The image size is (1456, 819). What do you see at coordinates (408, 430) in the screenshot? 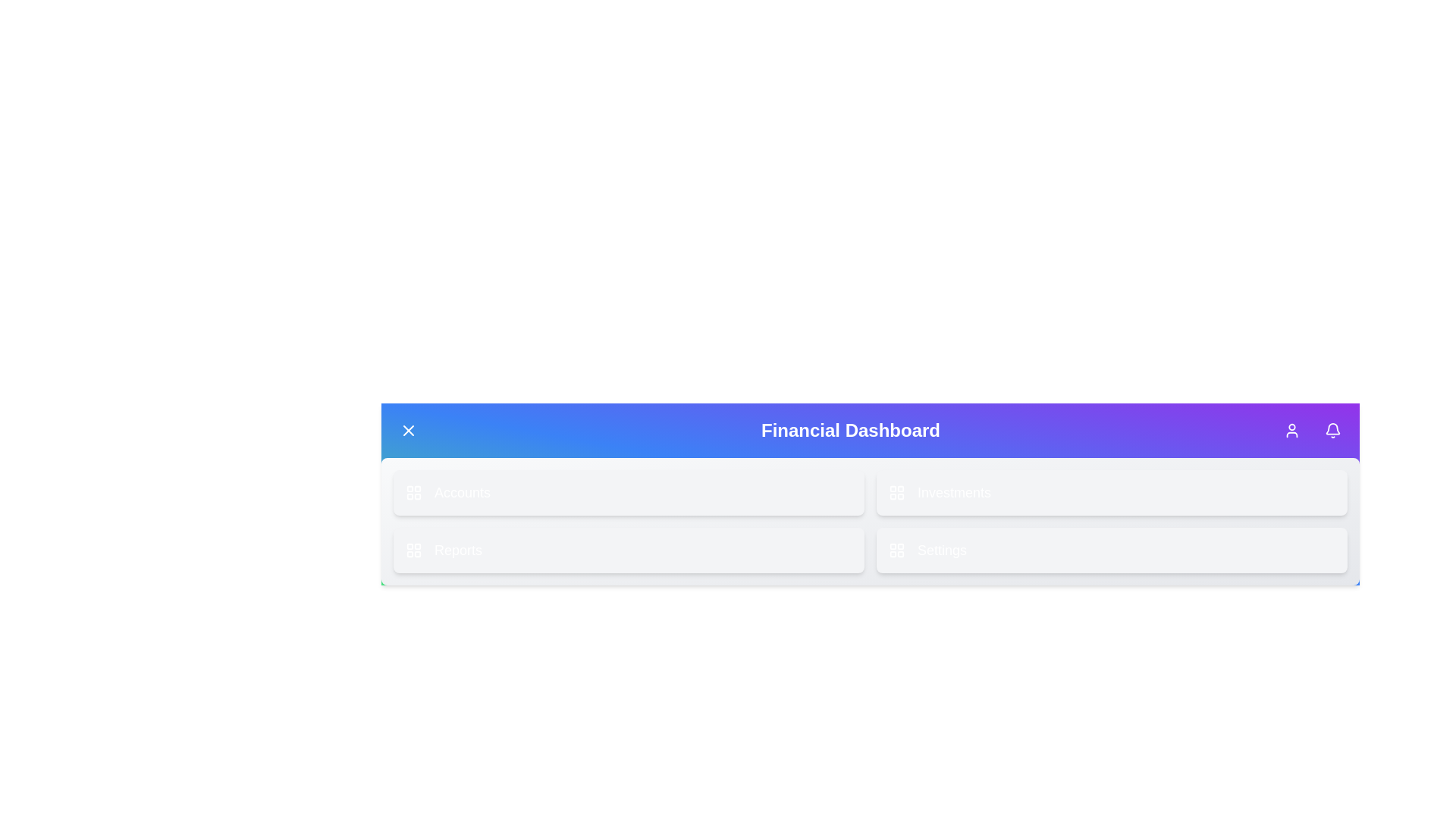
I see `close button to toggle the menu visibility` at bounding box center [408, 430].